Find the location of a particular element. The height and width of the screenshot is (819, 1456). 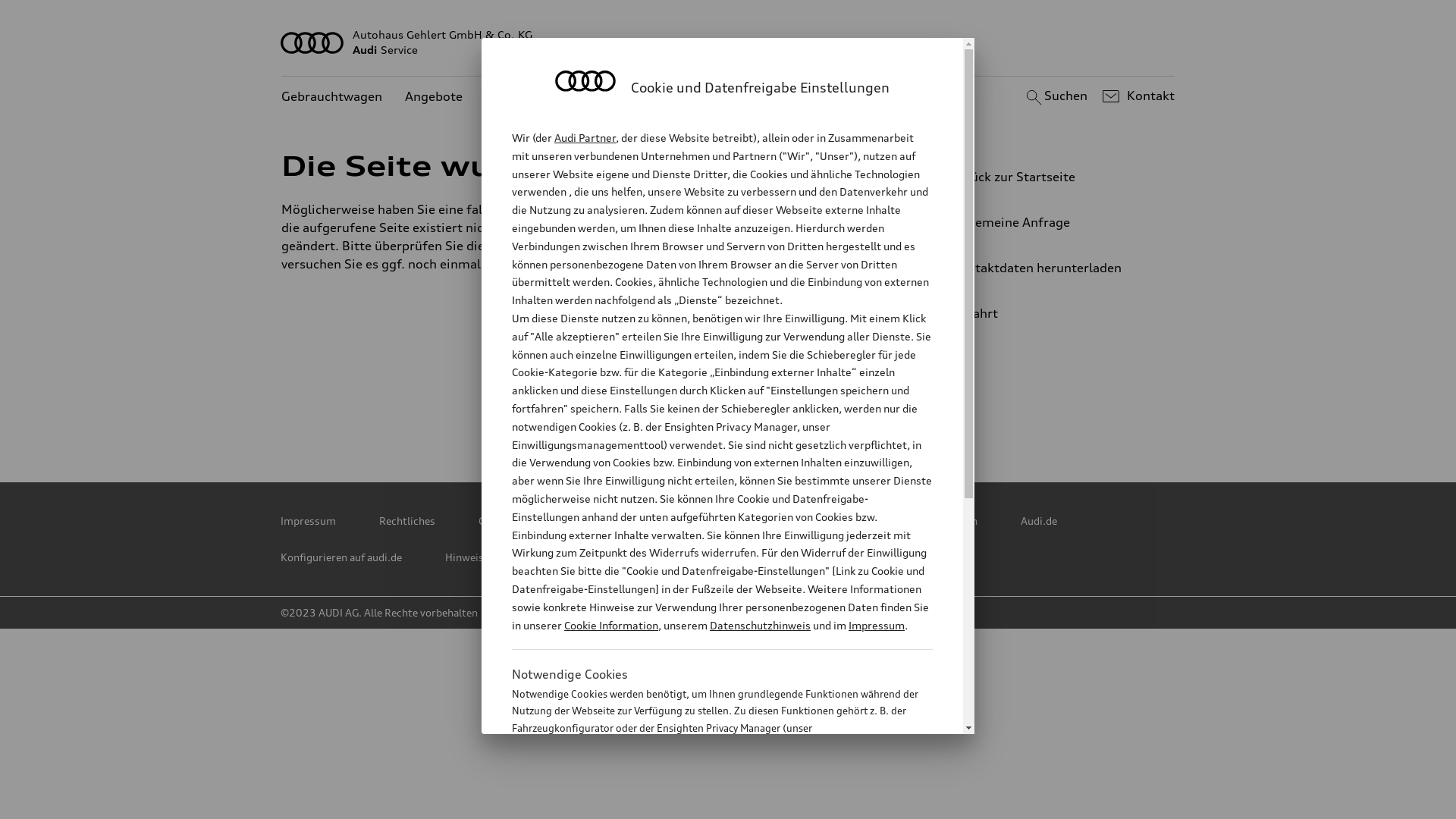

'Angebote' is located at coordinates (432, 96).